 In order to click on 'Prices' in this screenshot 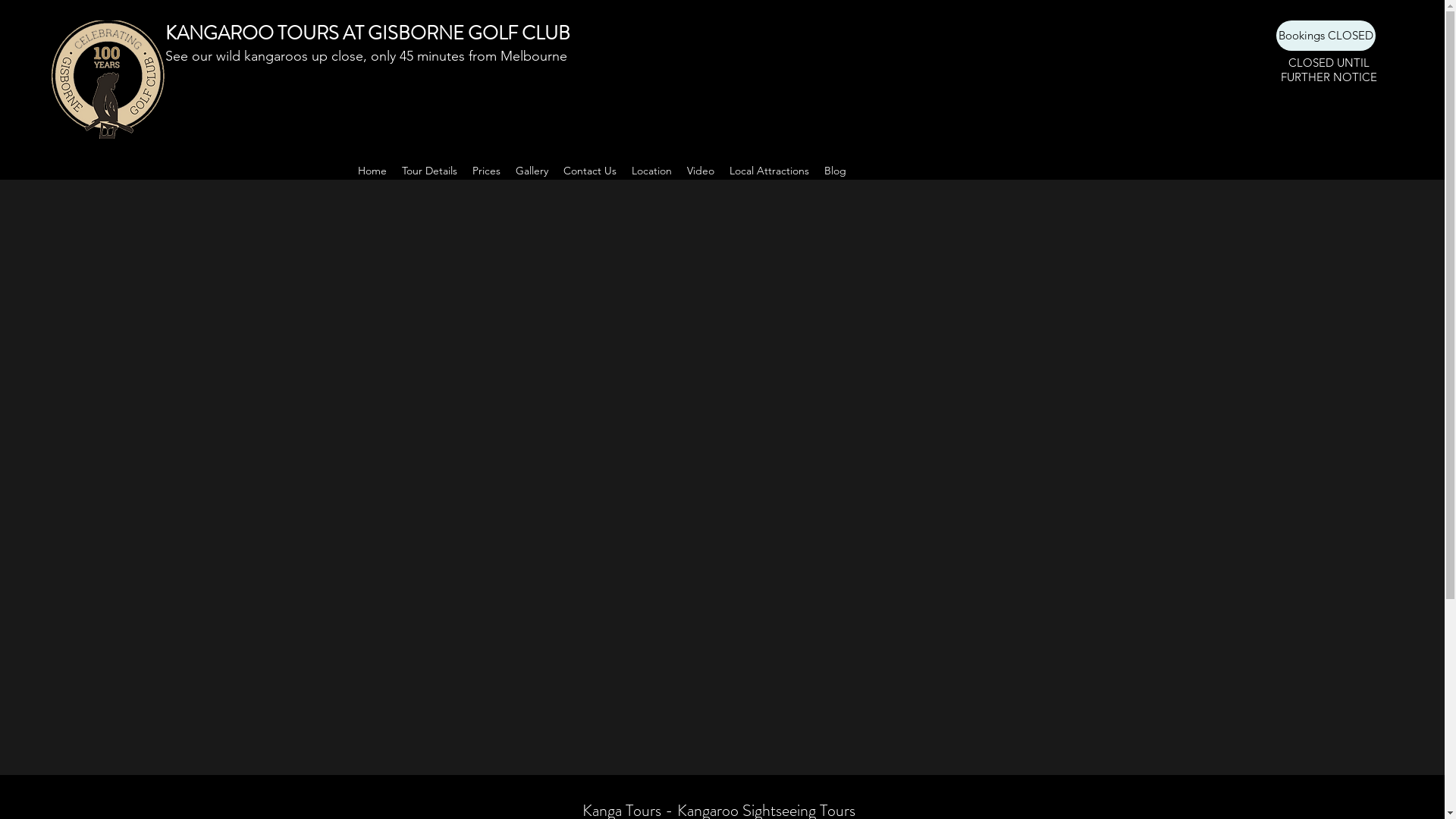, I will do `click(485, 170)`.